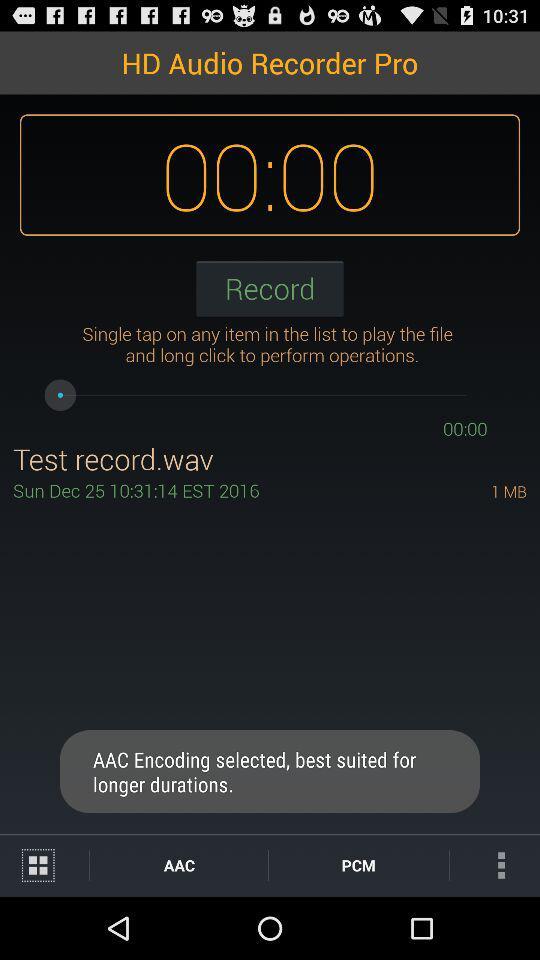  I want to click on open menu tiles, so click(44, 864).